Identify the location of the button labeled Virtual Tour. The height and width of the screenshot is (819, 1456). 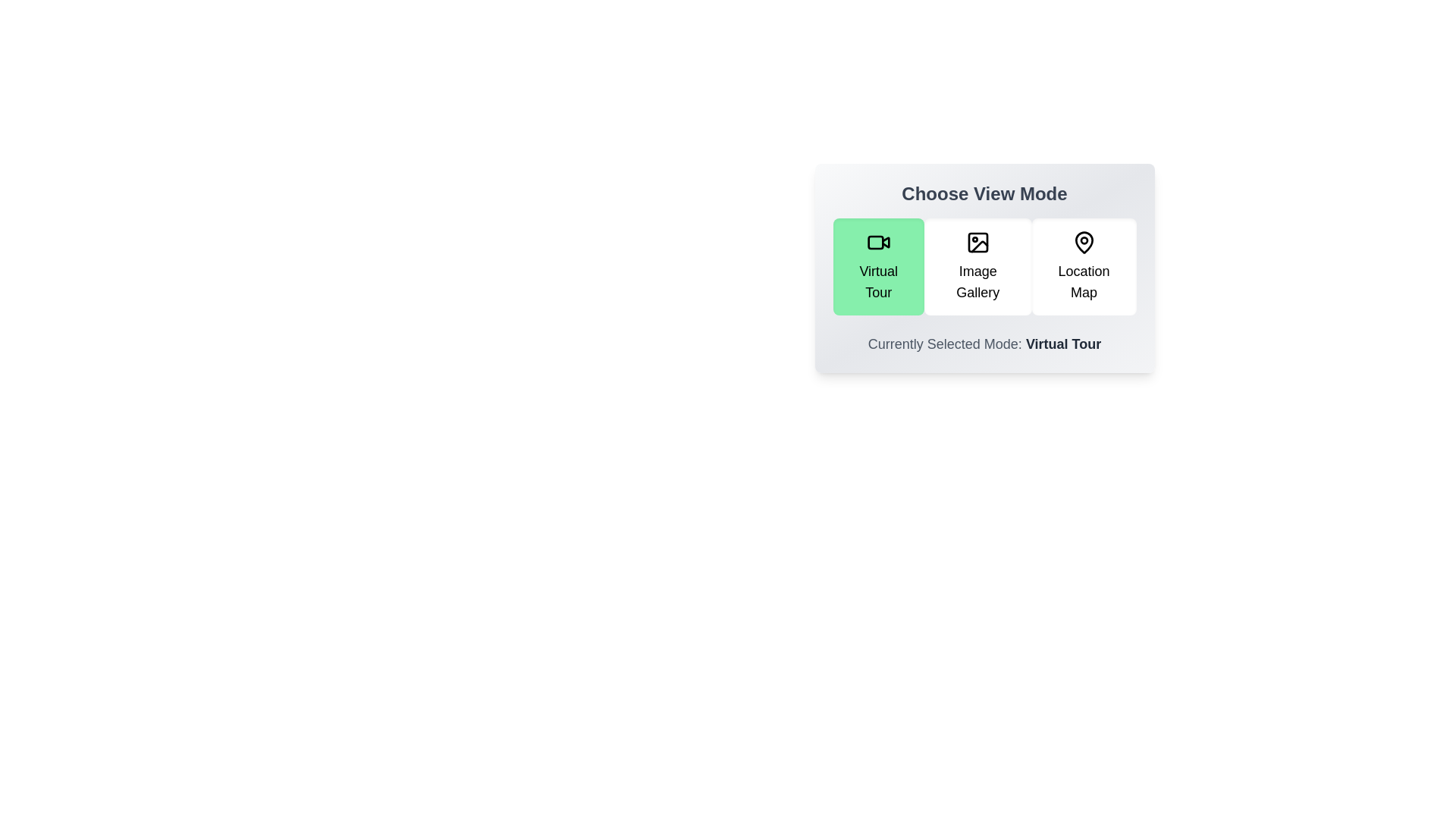
(878, 265).